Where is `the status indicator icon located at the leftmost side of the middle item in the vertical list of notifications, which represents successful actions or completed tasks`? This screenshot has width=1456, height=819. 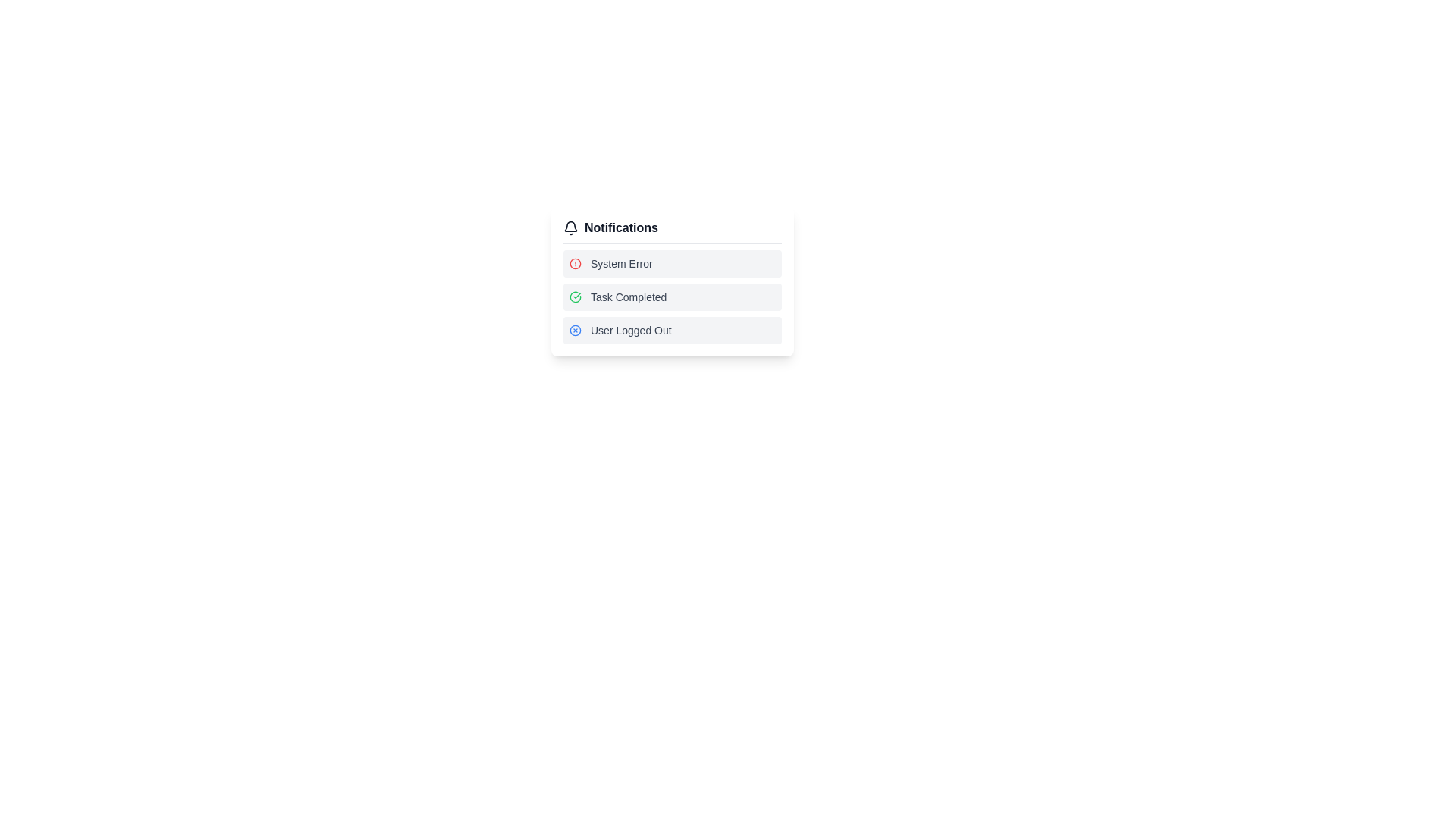 the status indicator icon located at the leftmost side of the middle item in the vertical list of notifications, which represents successful actions or completed tasks is located at coordinates (574, 297).